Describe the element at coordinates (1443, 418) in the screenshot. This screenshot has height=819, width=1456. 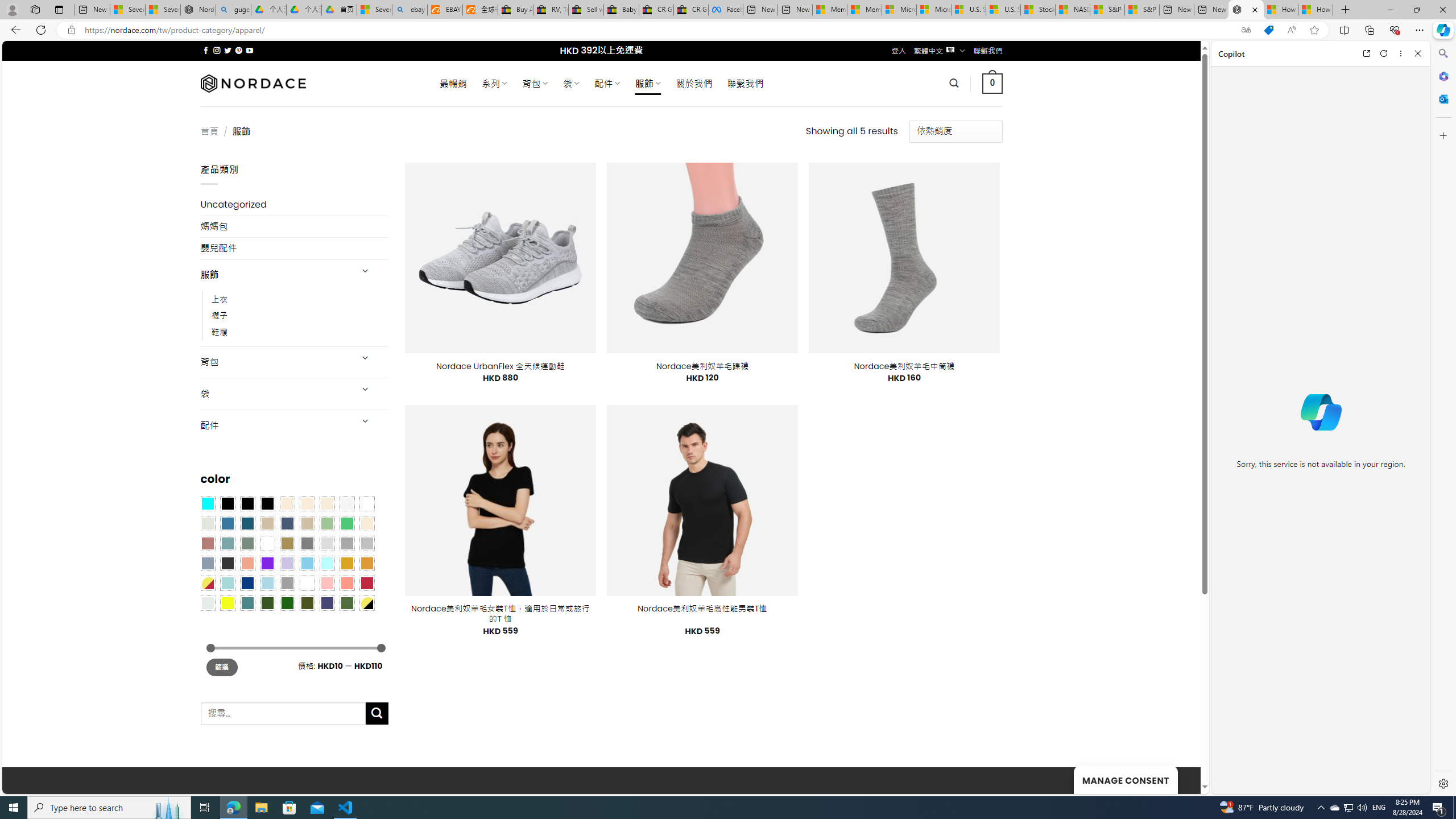
I see `'Side bar'` at that location.